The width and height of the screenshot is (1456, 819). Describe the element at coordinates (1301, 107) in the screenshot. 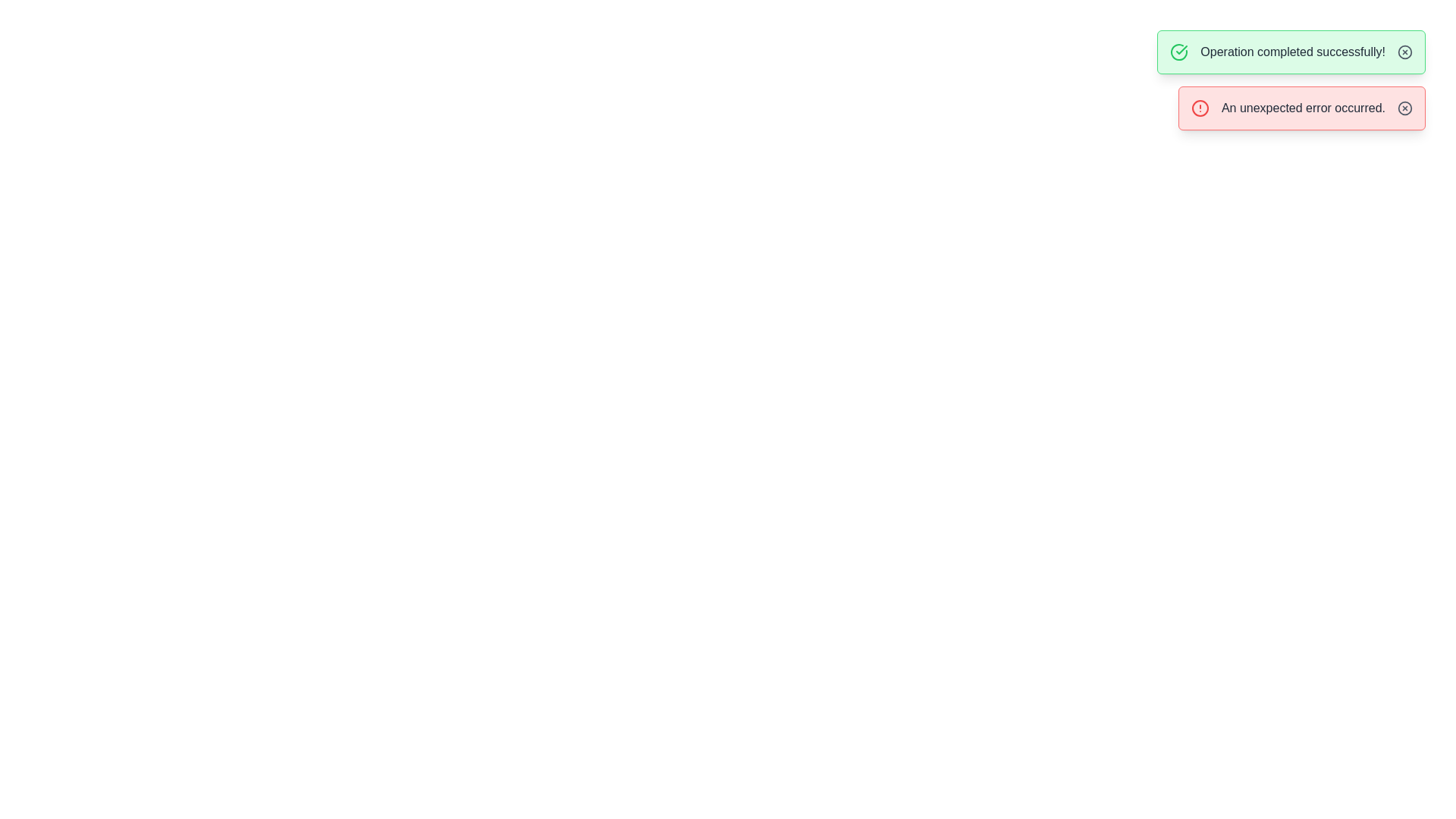

I see `the notification alert box with a red border and pale pink background that contains the message 'An unexpected error occurred.'` at that location.